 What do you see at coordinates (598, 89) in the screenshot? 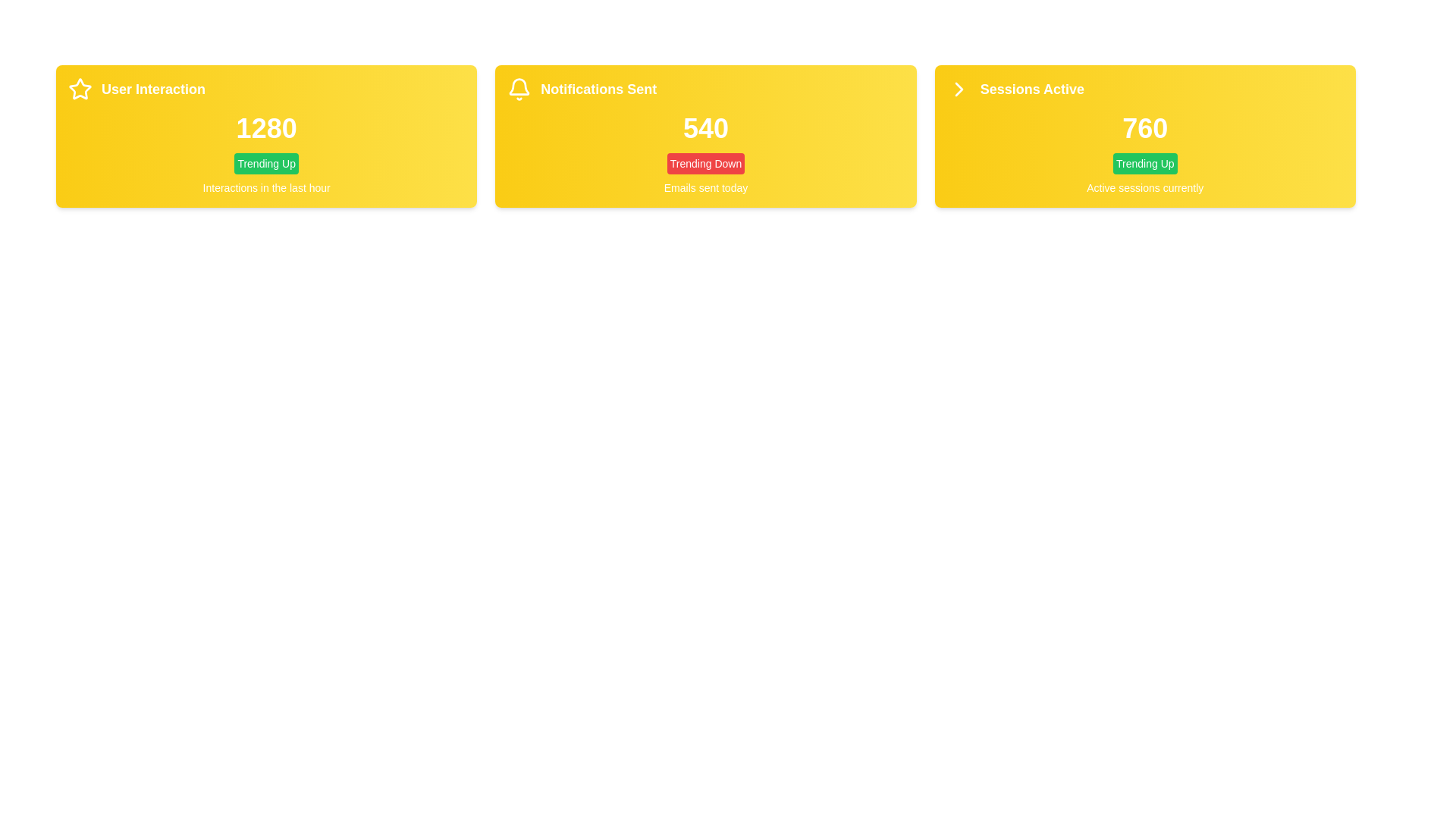
I see `the text label displaying 'Notifications Sent' which is prominently styled in white on a yellow background, located in the center of the layout above the numeral (540)` at bounding box center [598, 89].